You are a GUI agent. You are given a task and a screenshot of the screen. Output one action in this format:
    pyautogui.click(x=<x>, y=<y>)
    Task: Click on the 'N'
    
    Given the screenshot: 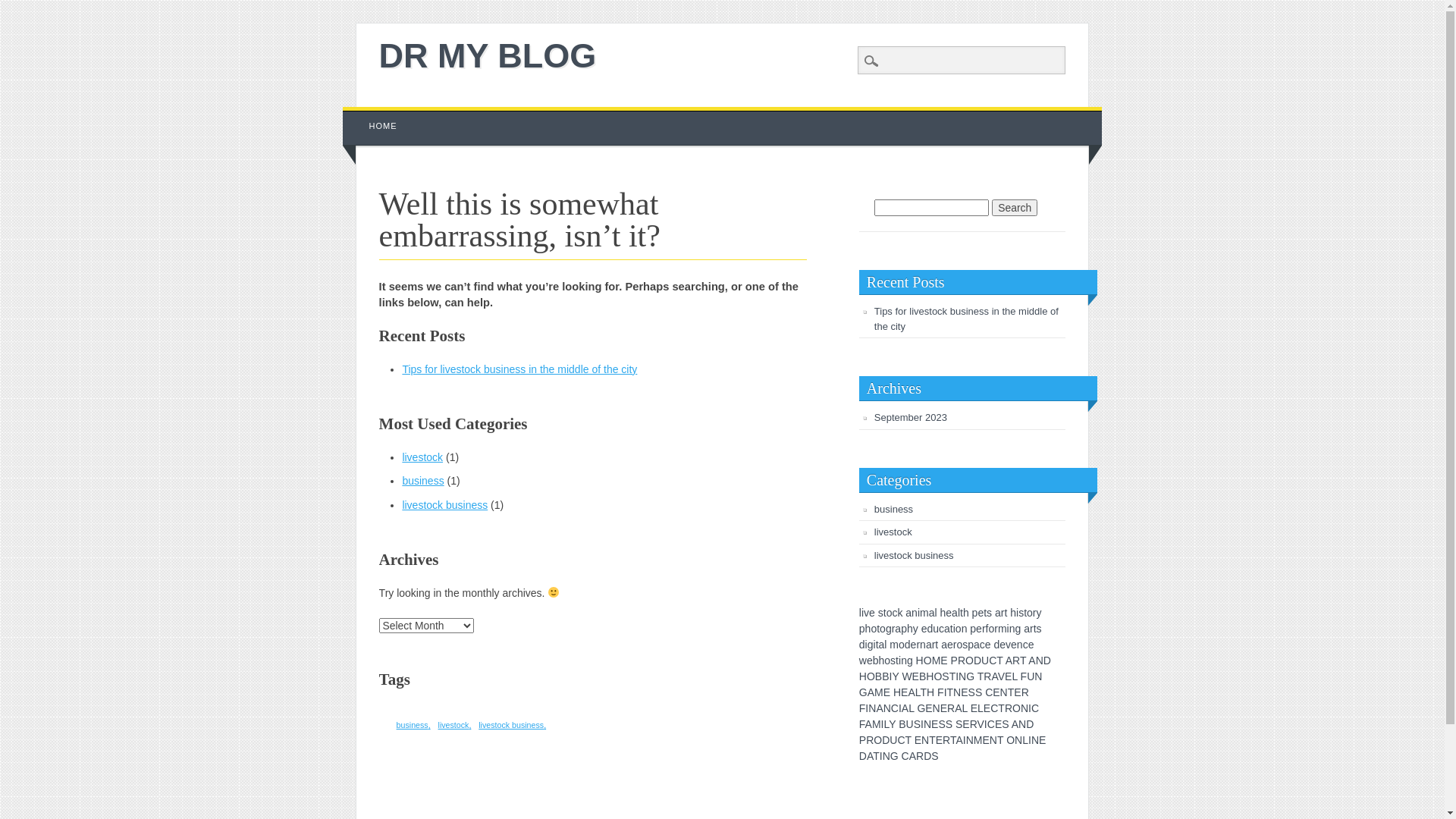 What is the action you would take?
    pyautogui.click(x=1037, y=675)
    